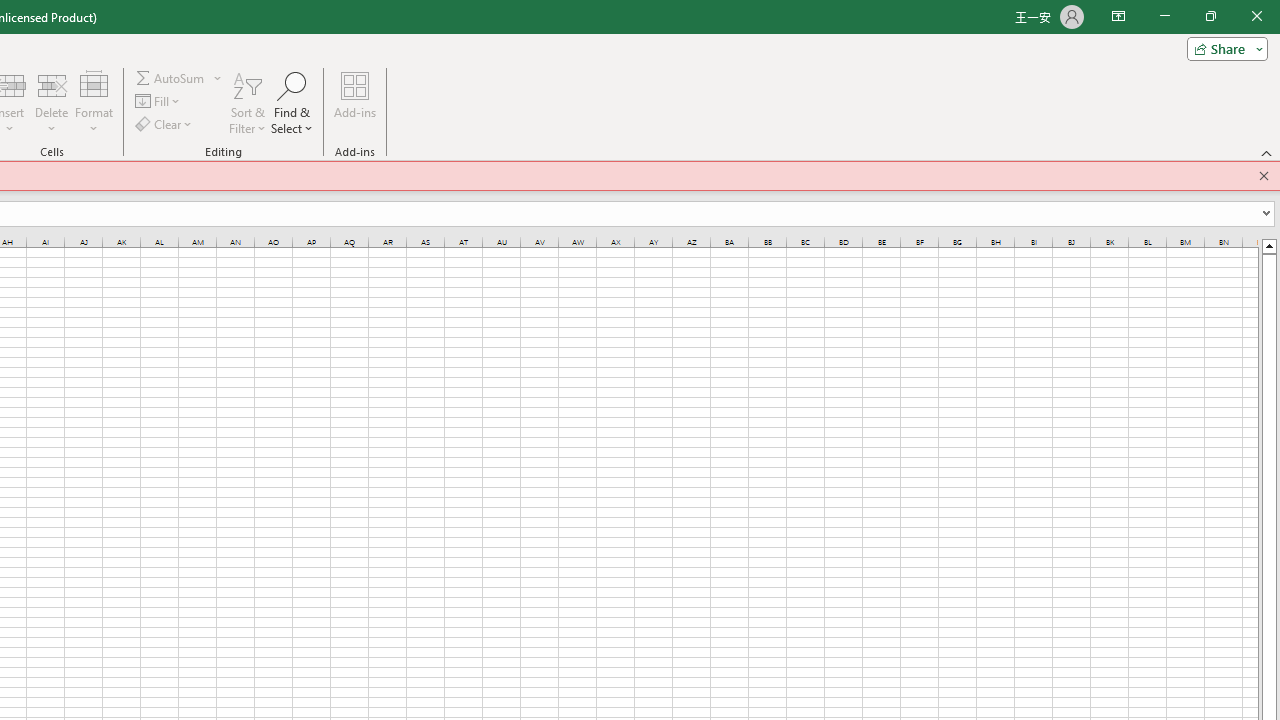 This screenshot has width=1280, height=720. What do you see at coordinates (218, 77) in the screenshot?
I see `'More Options'` at bounding box center [218, 77].